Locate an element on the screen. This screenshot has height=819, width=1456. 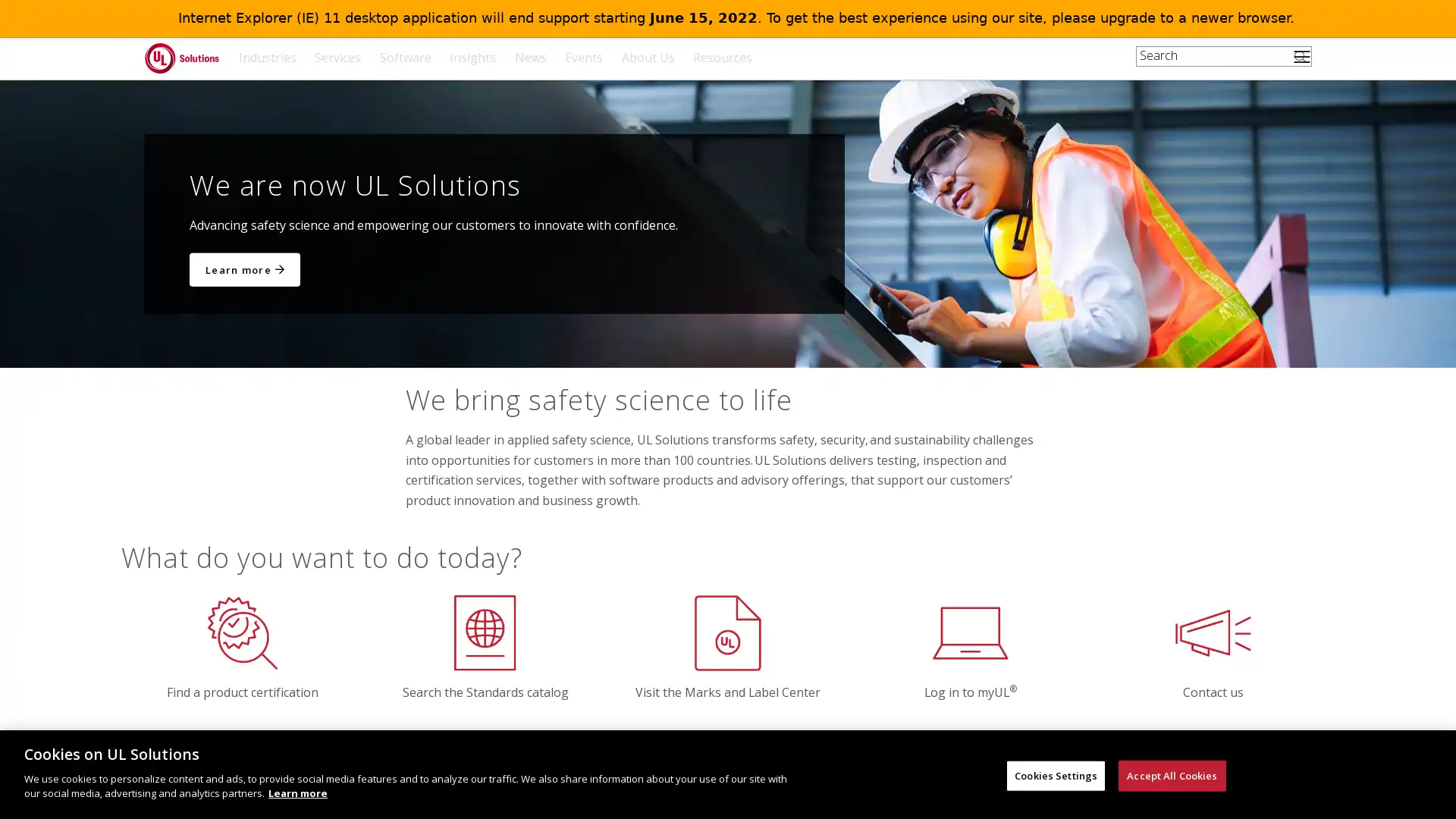
Accept All Cookies is located at coordinates (1171, 775).